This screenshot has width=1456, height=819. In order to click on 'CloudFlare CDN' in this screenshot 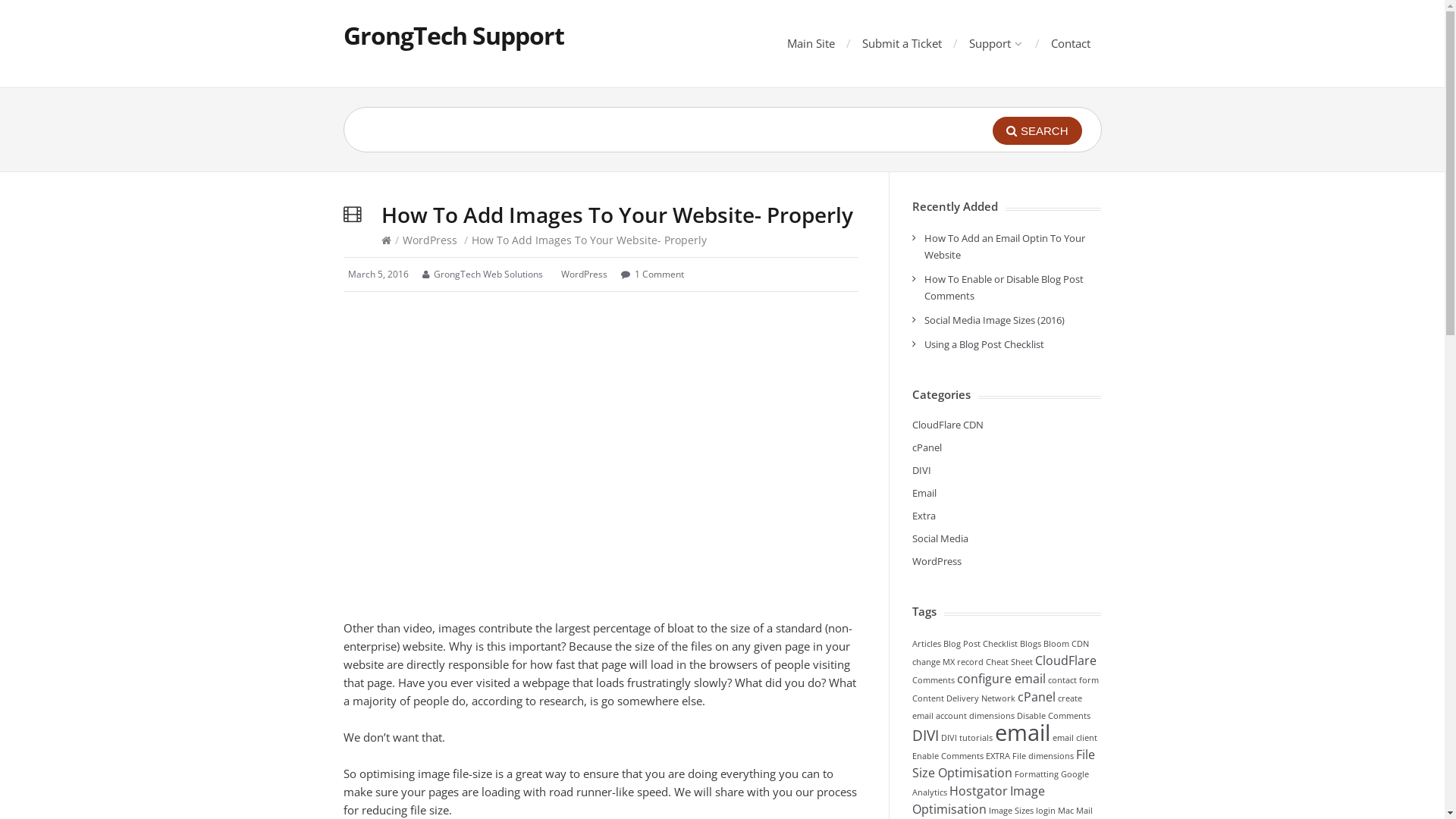, I will do `click(946, 424)`.